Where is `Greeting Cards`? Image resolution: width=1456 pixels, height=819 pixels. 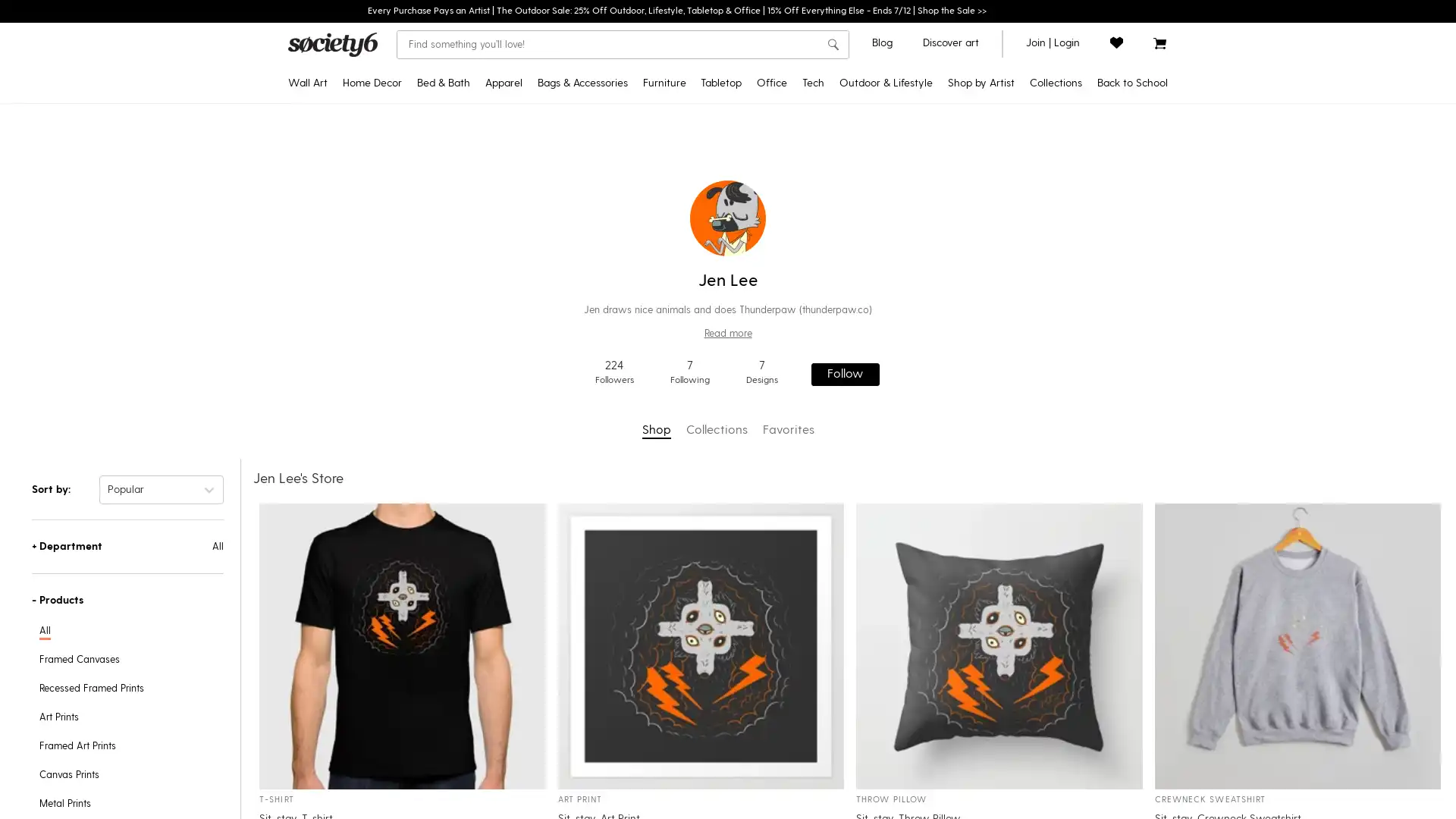 Greeting Cards is located at coordinates (809, 342).